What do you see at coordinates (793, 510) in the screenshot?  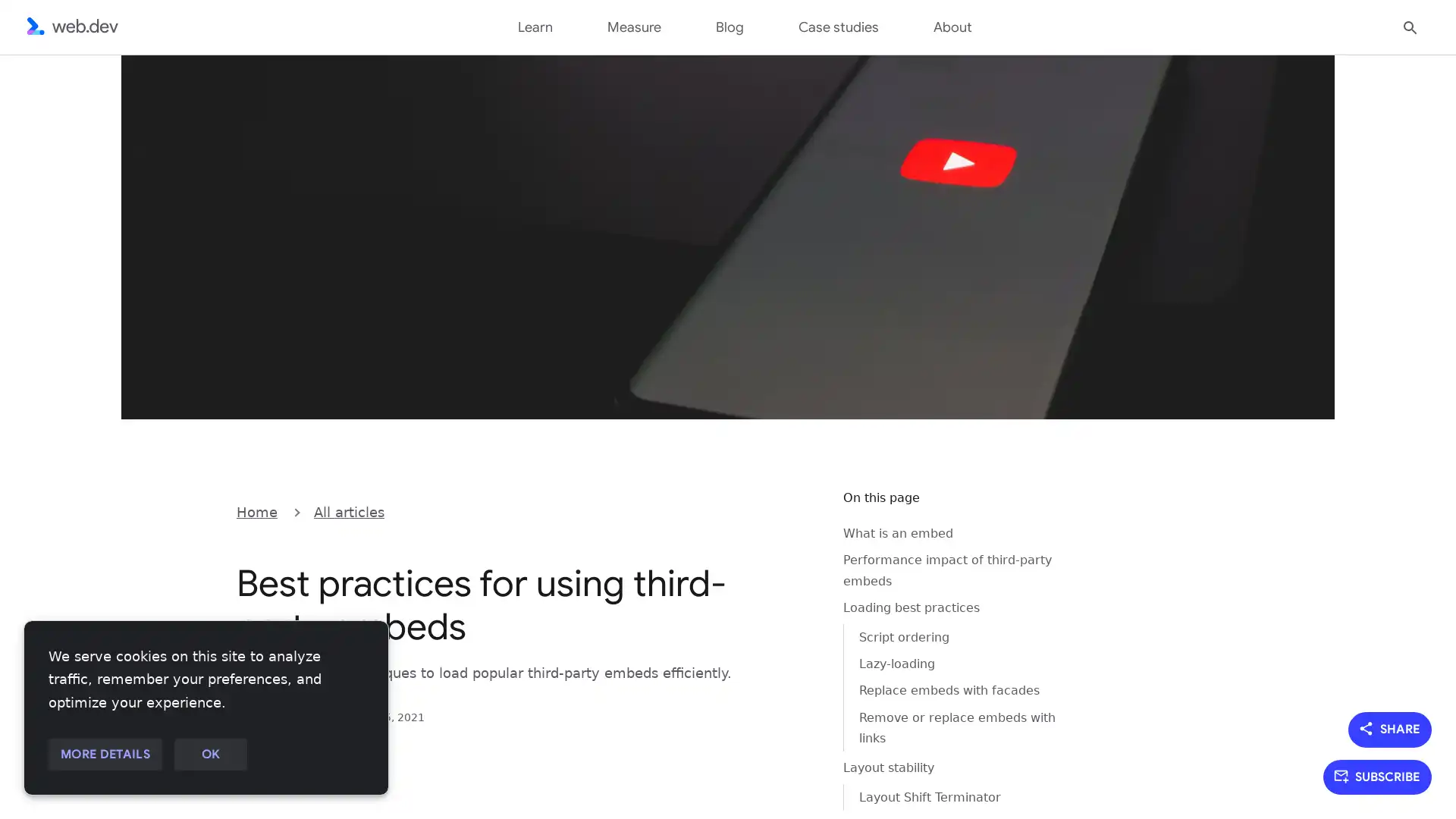 I see `Copy code` at bounding box center [793, 510].